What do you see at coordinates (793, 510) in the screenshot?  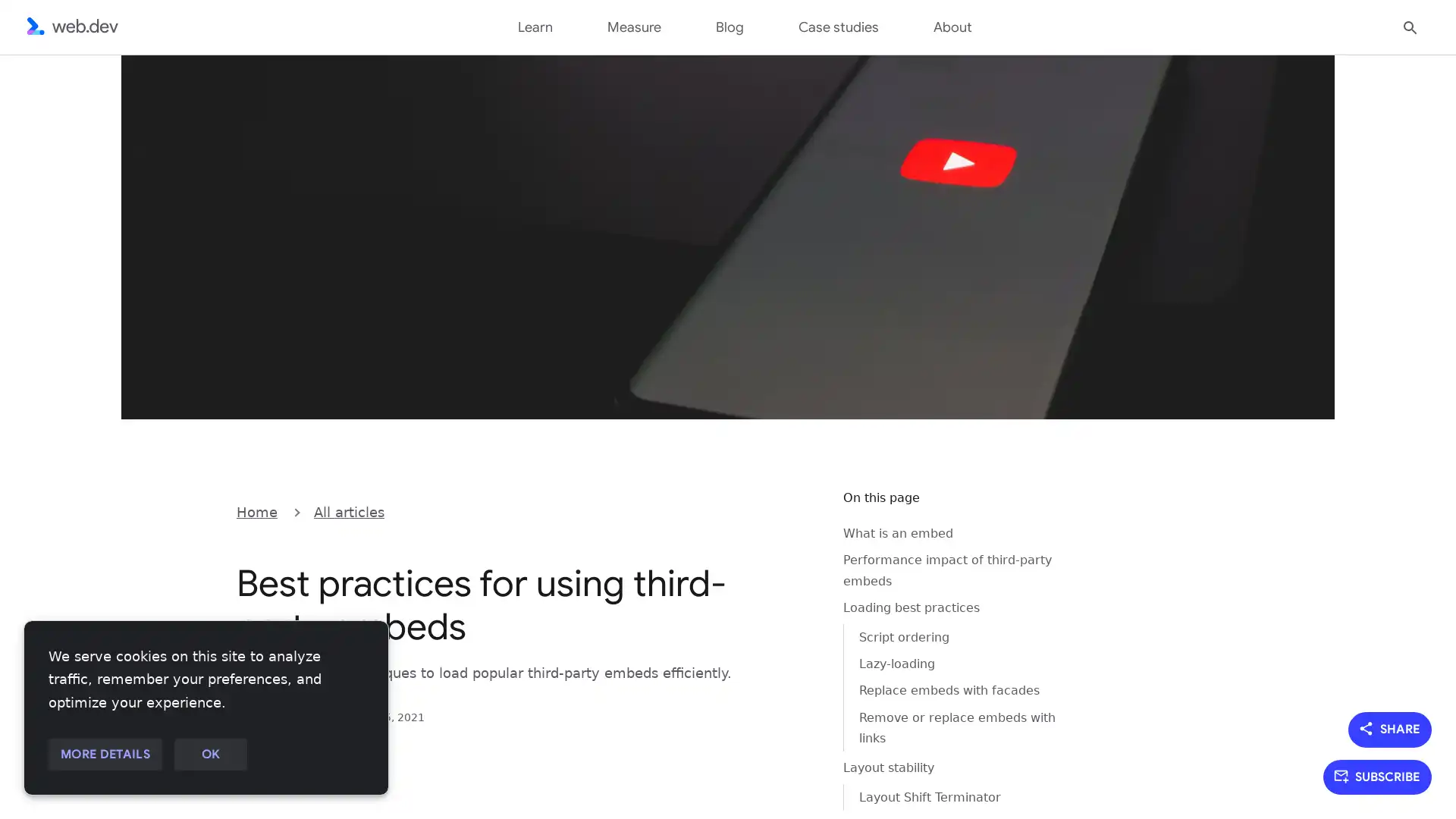 I see `Copy code` at bounding box center [793, 510].